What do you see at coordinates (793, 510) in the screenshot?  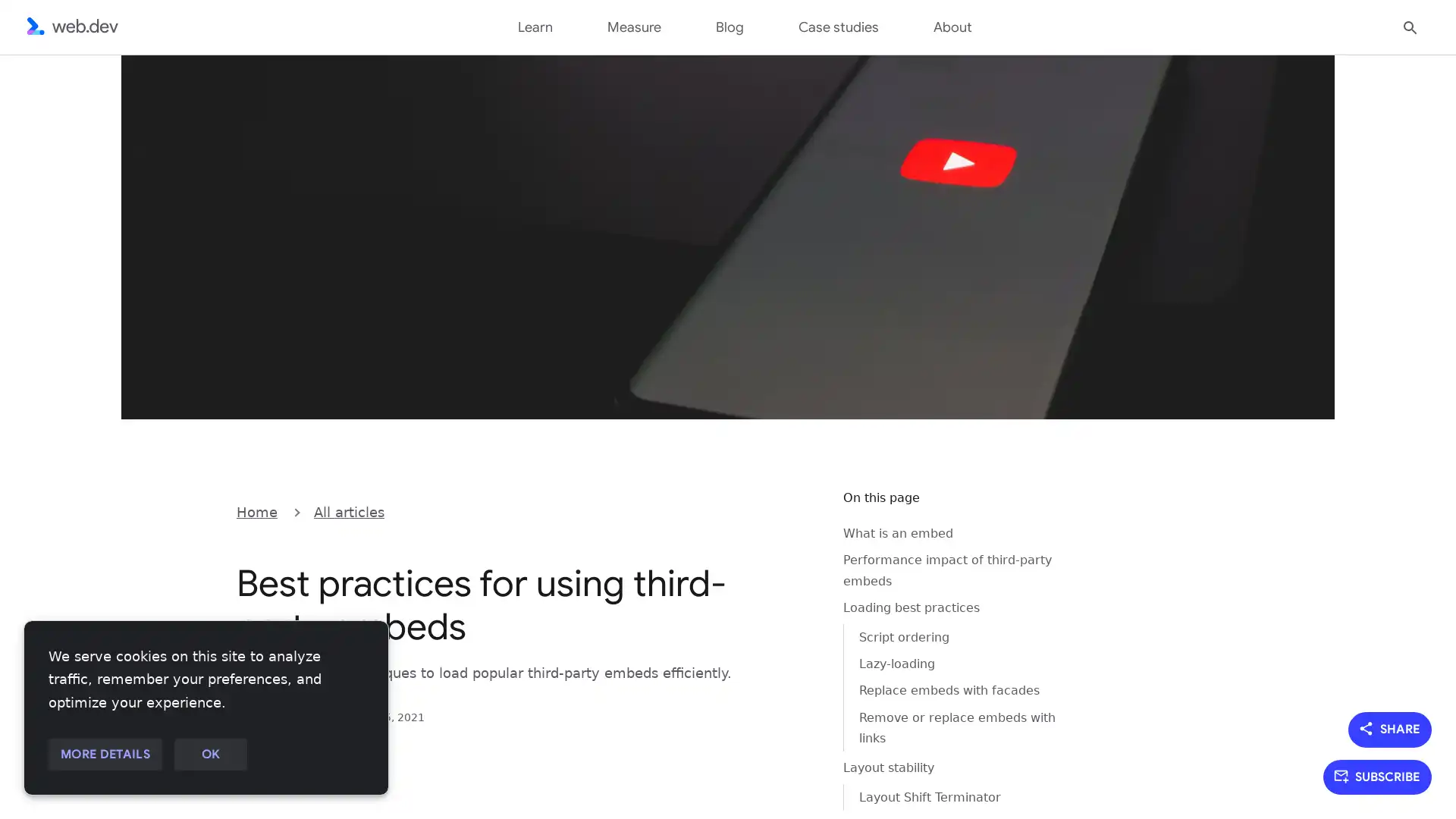 I see `Copy code` at bounding box center [793, 510].